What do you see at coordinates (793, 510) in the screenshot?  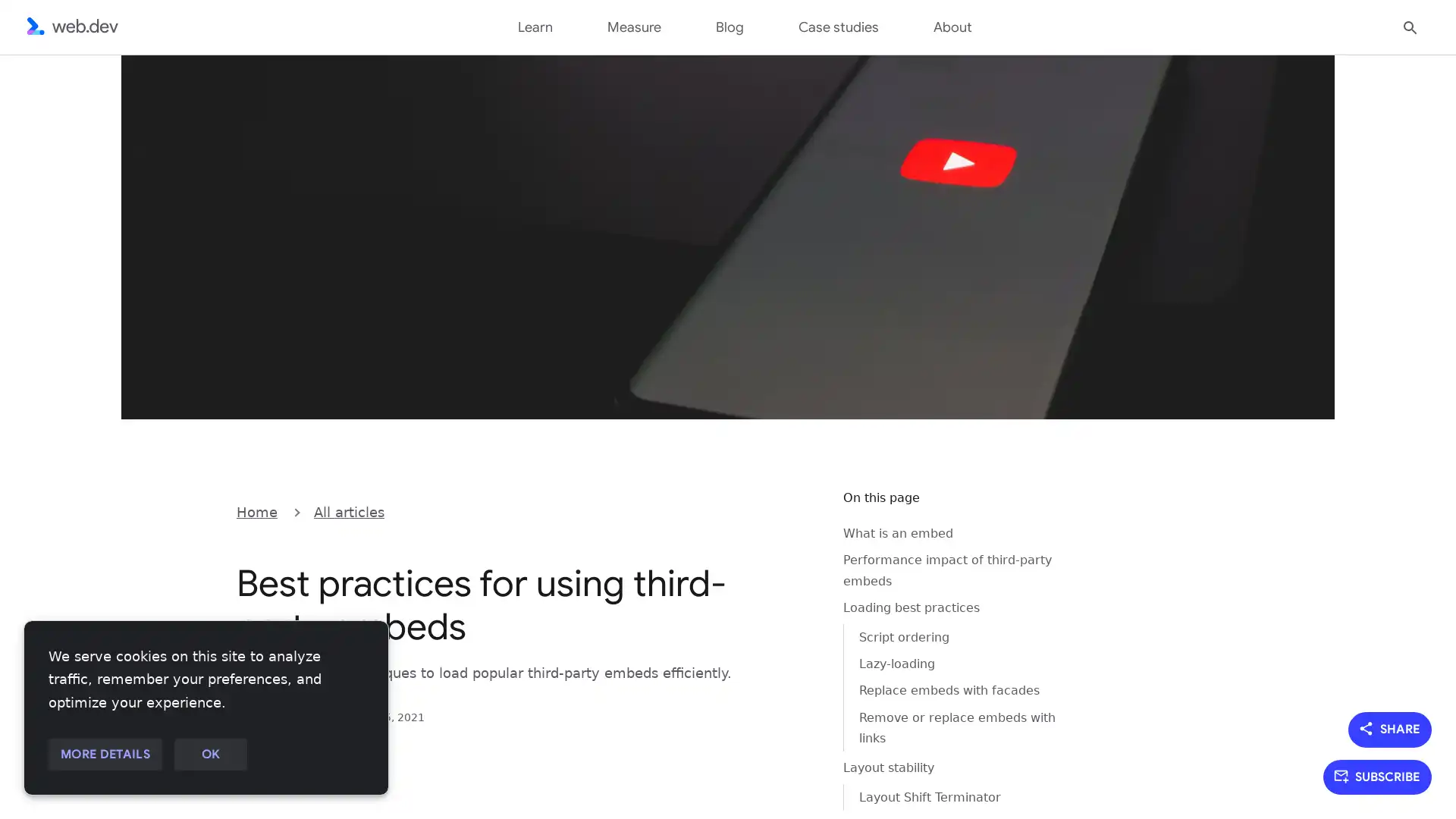 I see `Copy code` at bounding box center [793, 510].